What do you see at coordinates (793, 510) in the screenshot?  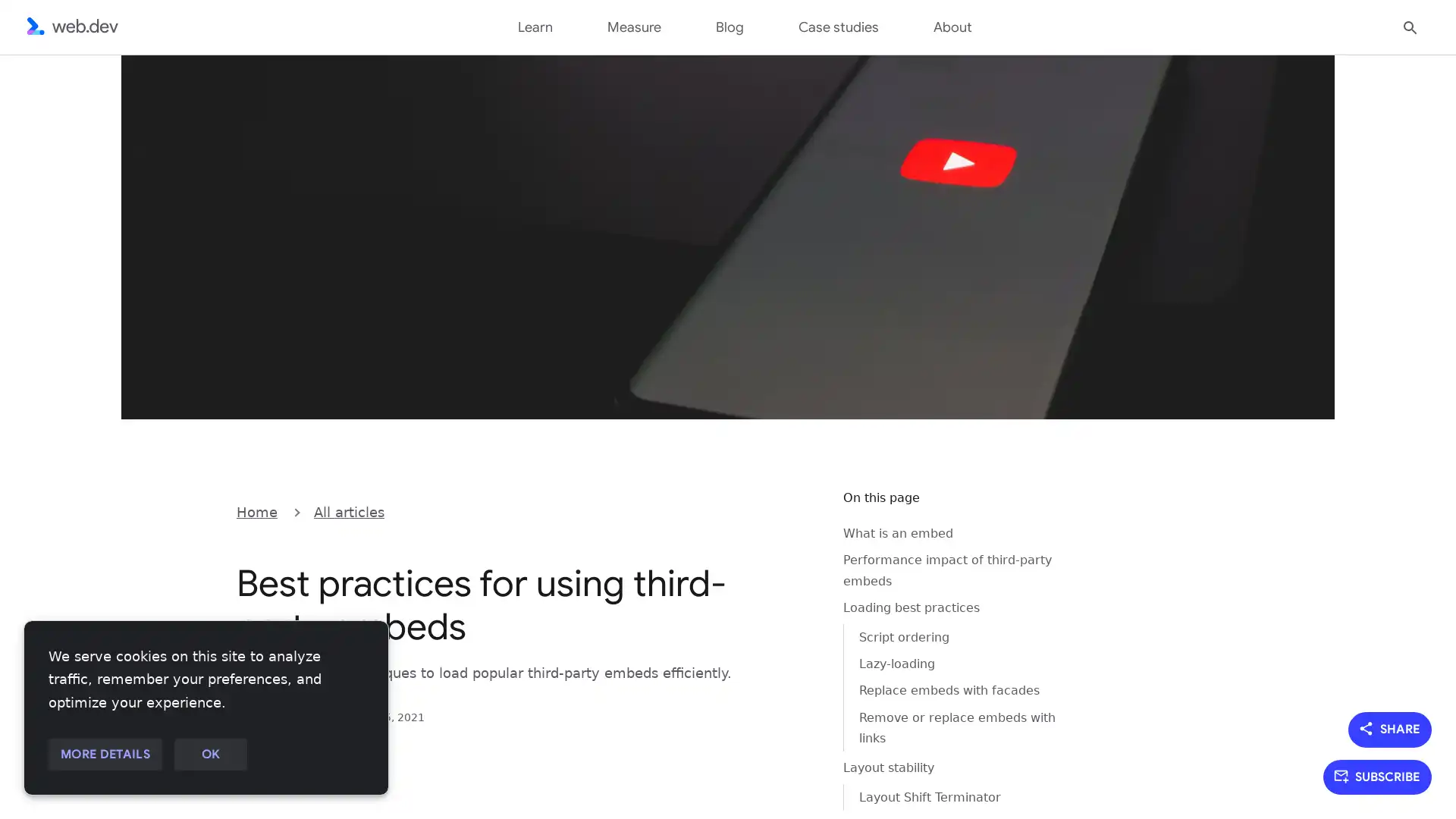 I see `Copy code` at bounding box center [793, 510].